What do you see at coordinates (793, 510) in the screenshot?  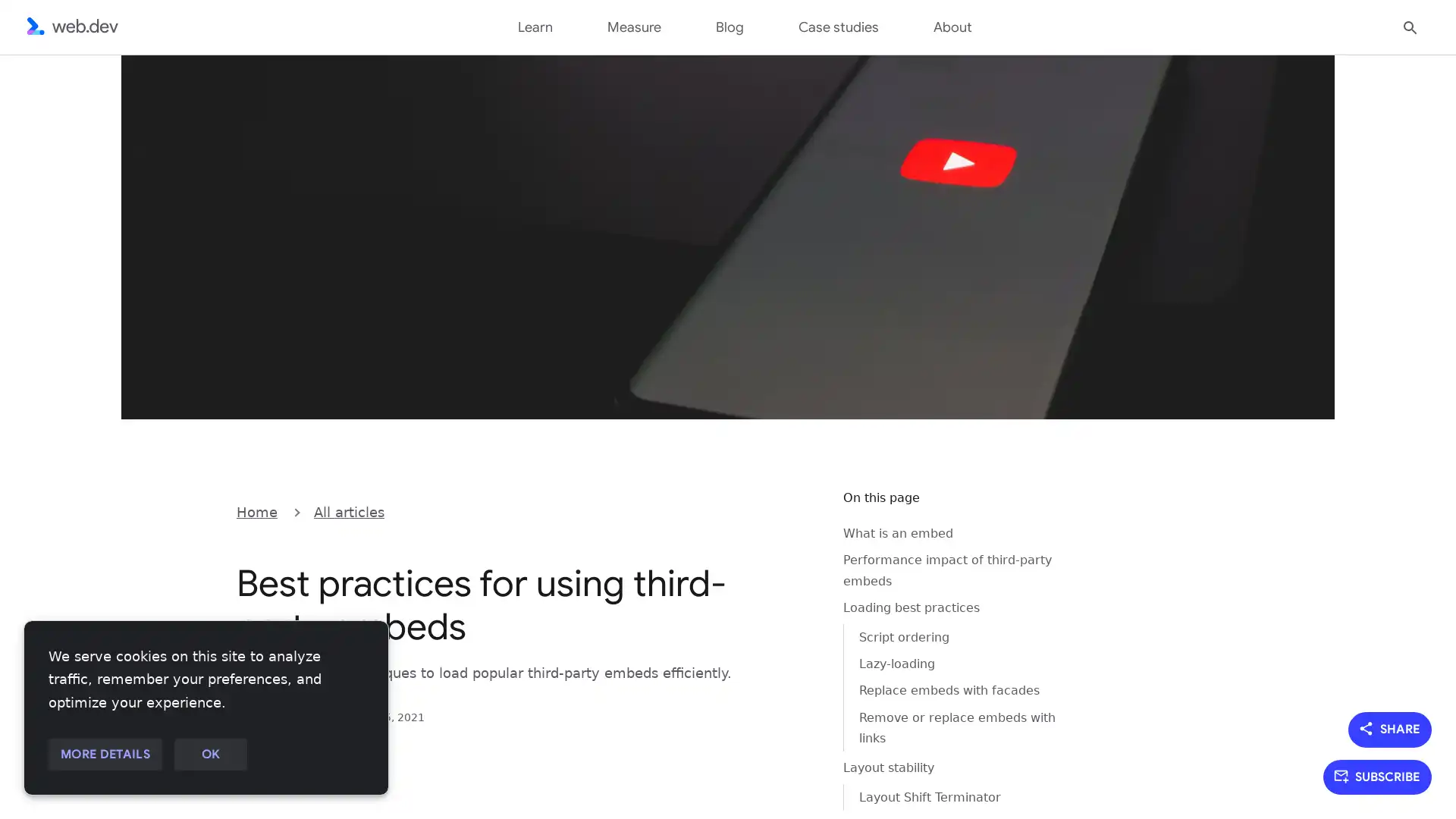 I see `Copy code` at bounding box center [793, 510].